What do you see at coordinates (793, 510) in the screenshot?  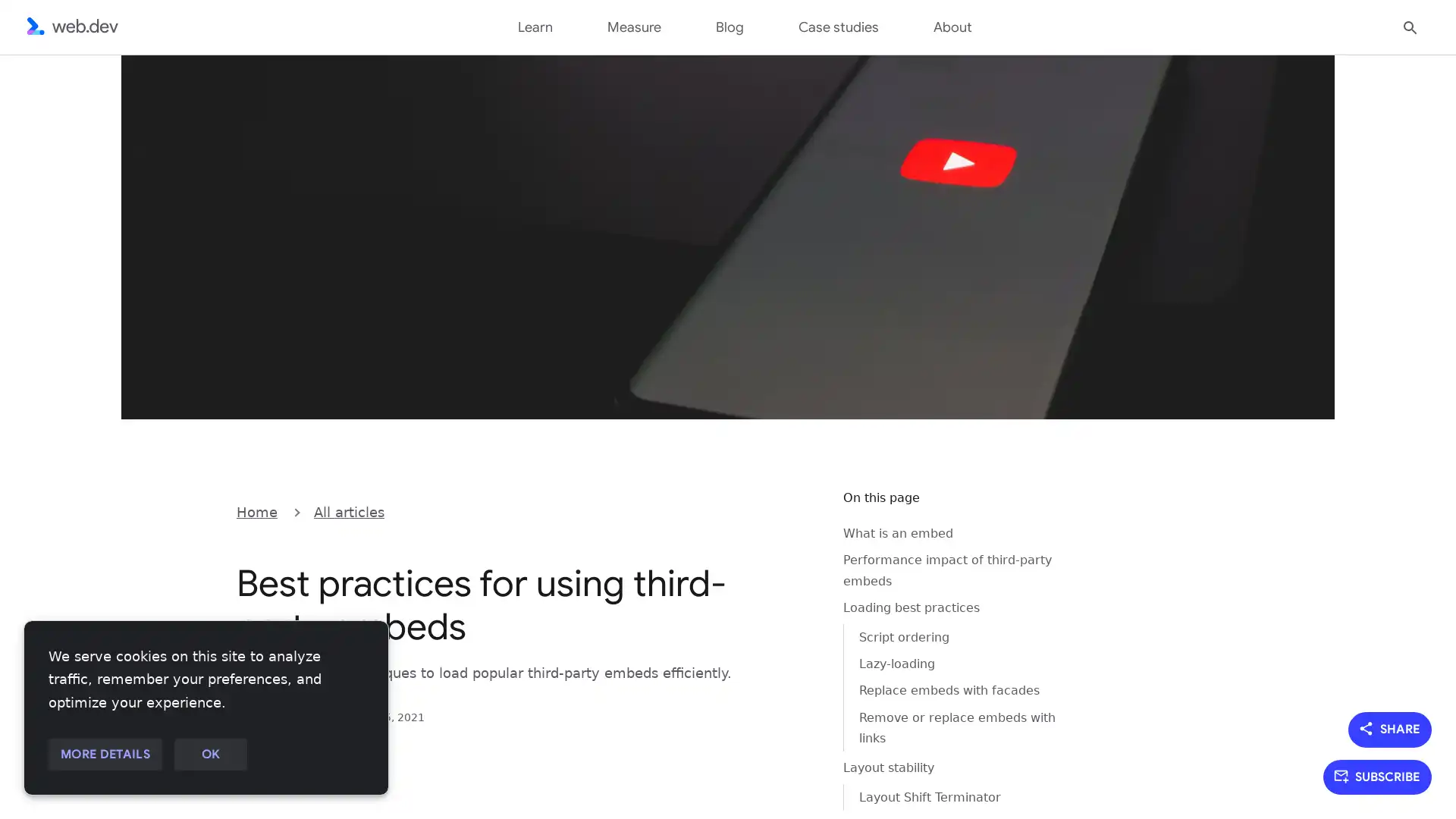 I see `Copy code` at bounding box center [793, 510].